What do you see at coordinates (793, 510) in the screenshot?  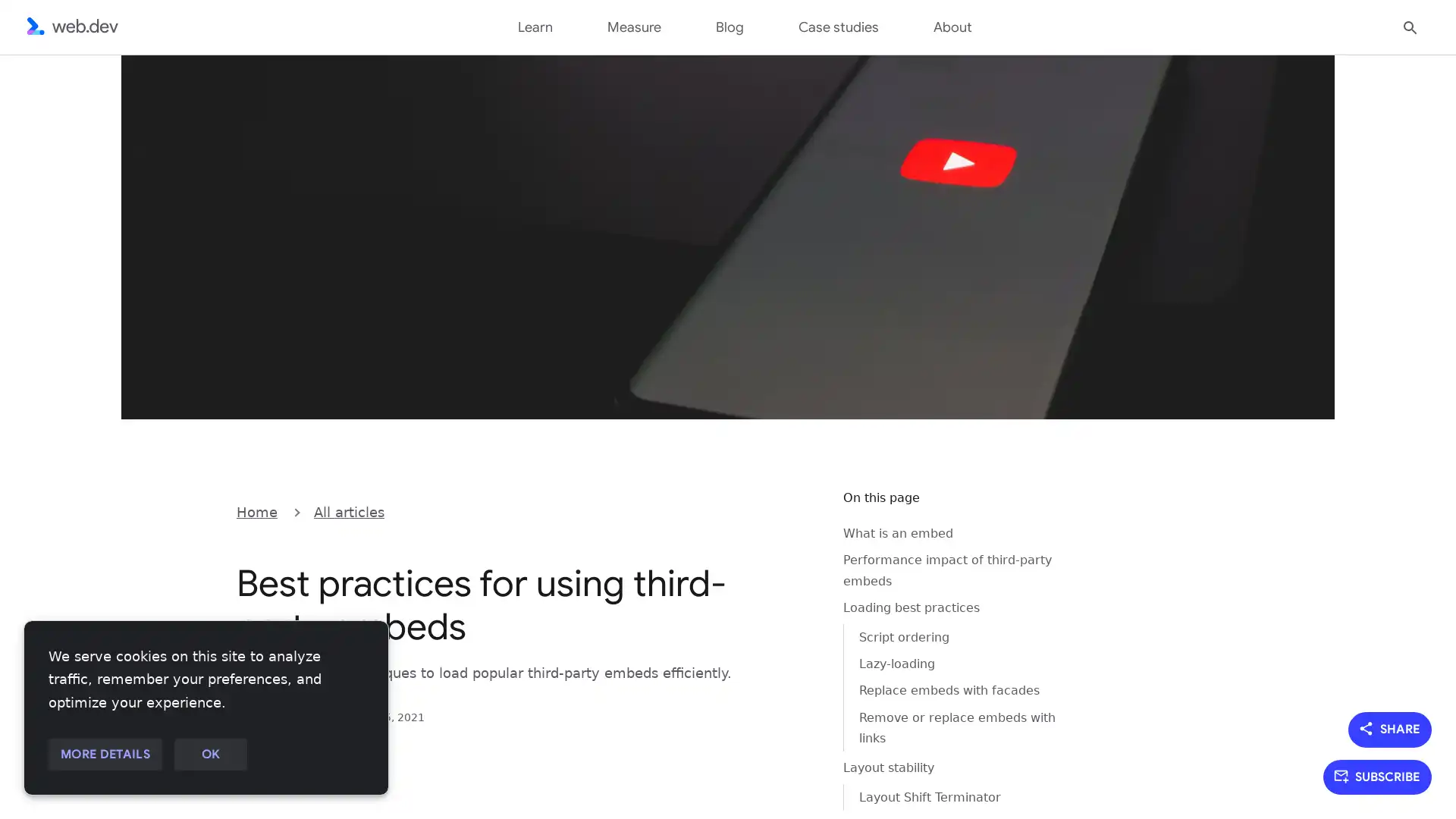 I see `Copy code` at bounding box center [793, 510].